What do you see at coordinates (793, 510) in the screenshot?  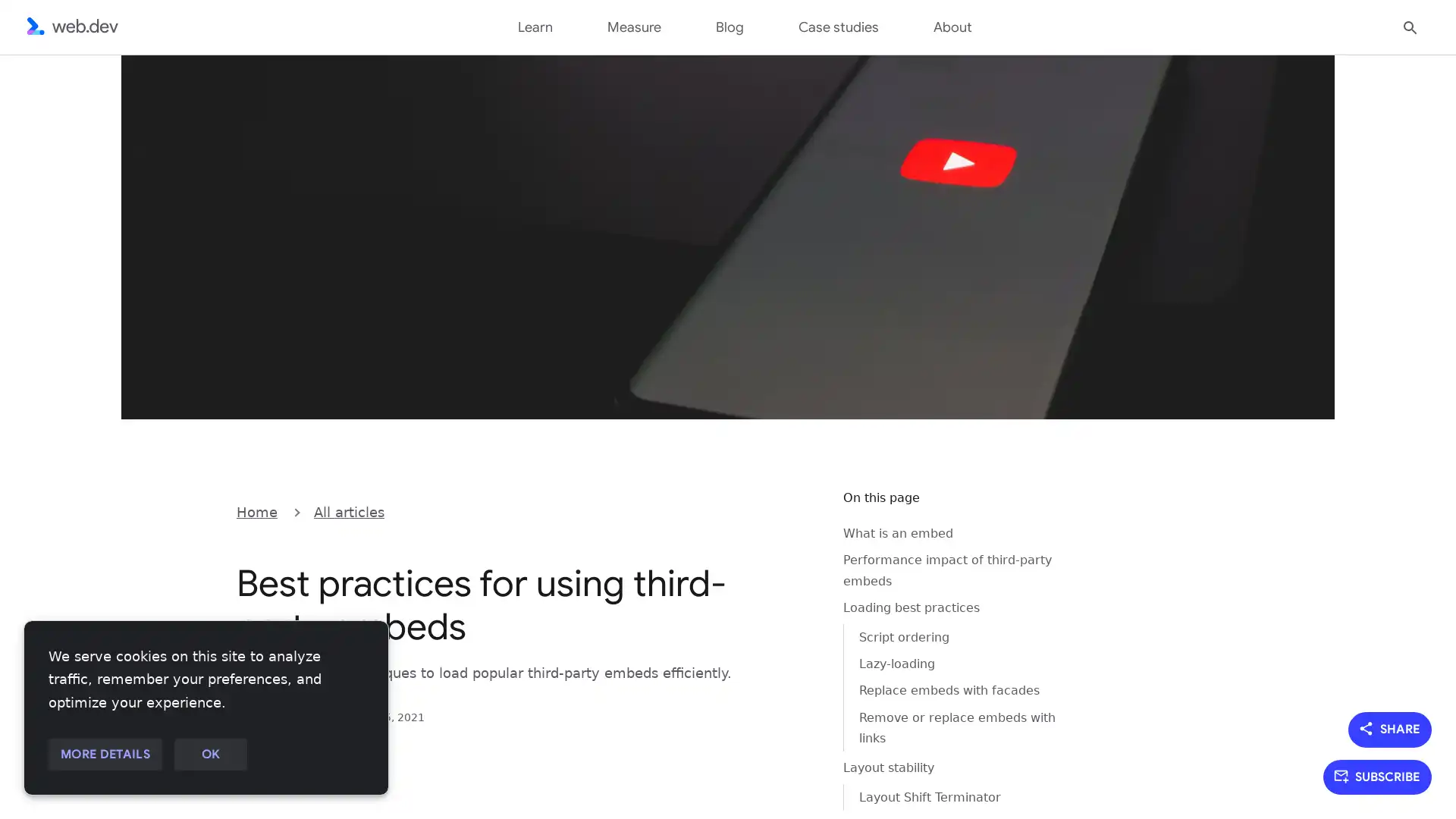 I see `Copy code` at bounding box center [793, 510].